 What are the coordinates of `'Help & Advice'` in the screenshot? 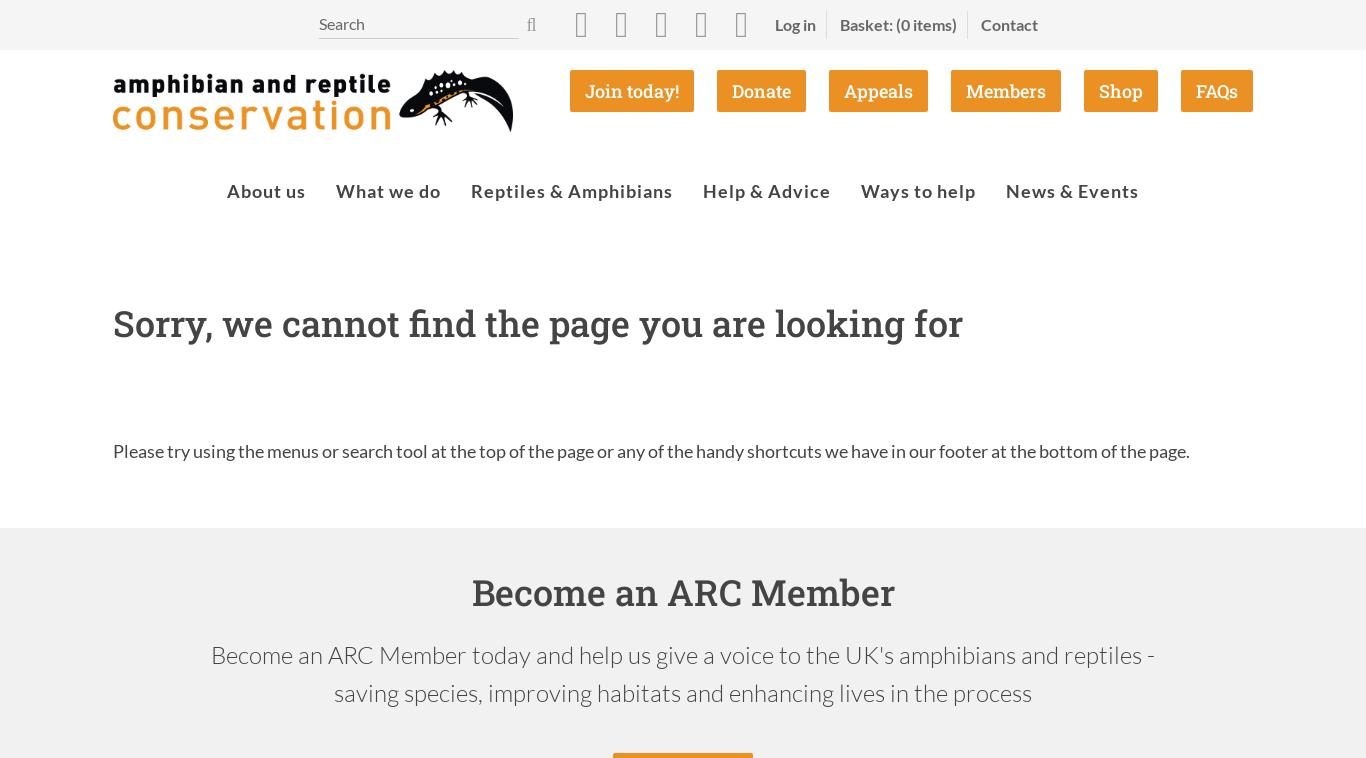 It's located at (767, 191).